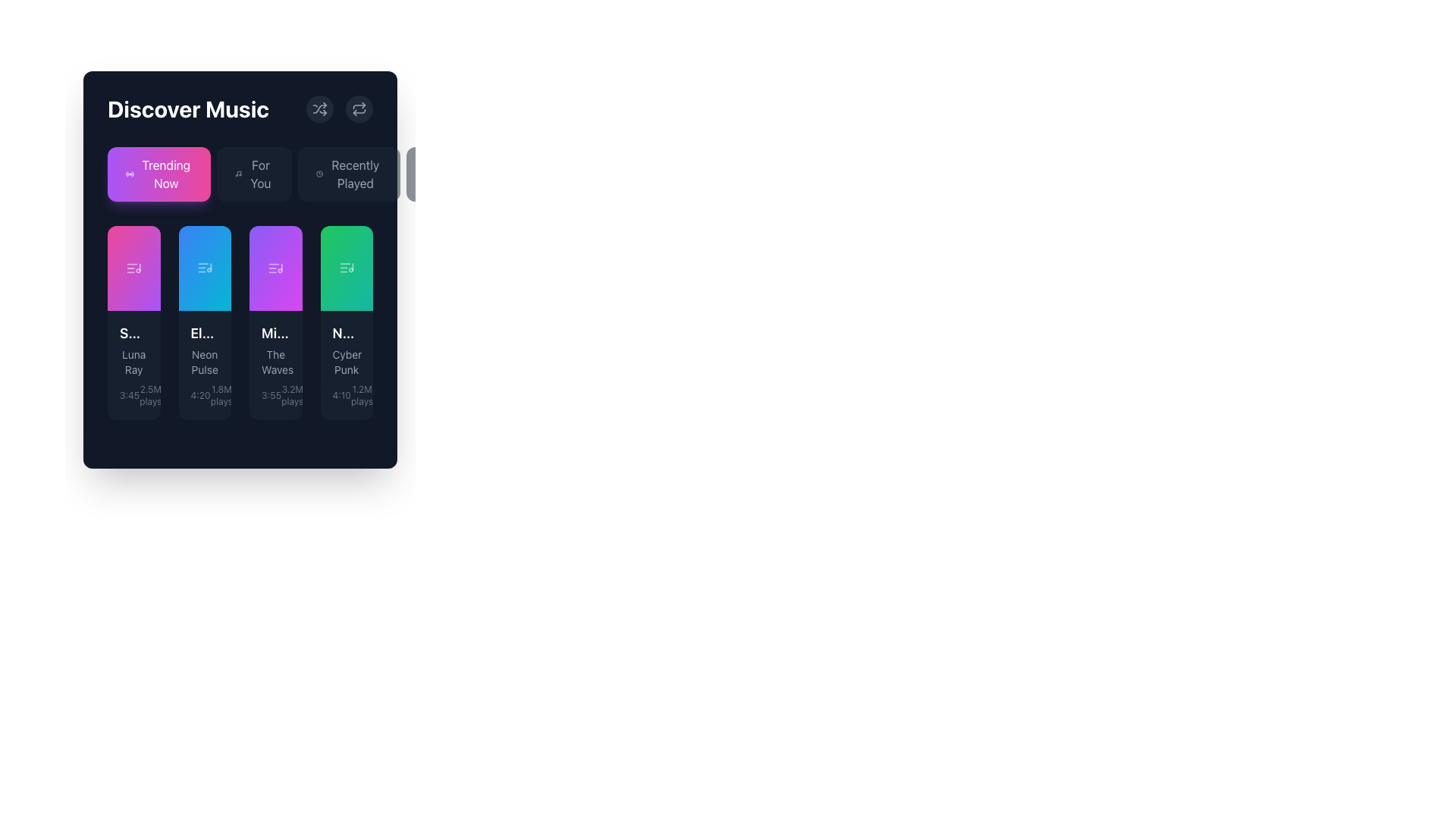  I want to click on the decorative music icon within the 'Electric Dreams' card in the 'Trending Now' section of the 'Discover Music' interface, so click(204, 268).